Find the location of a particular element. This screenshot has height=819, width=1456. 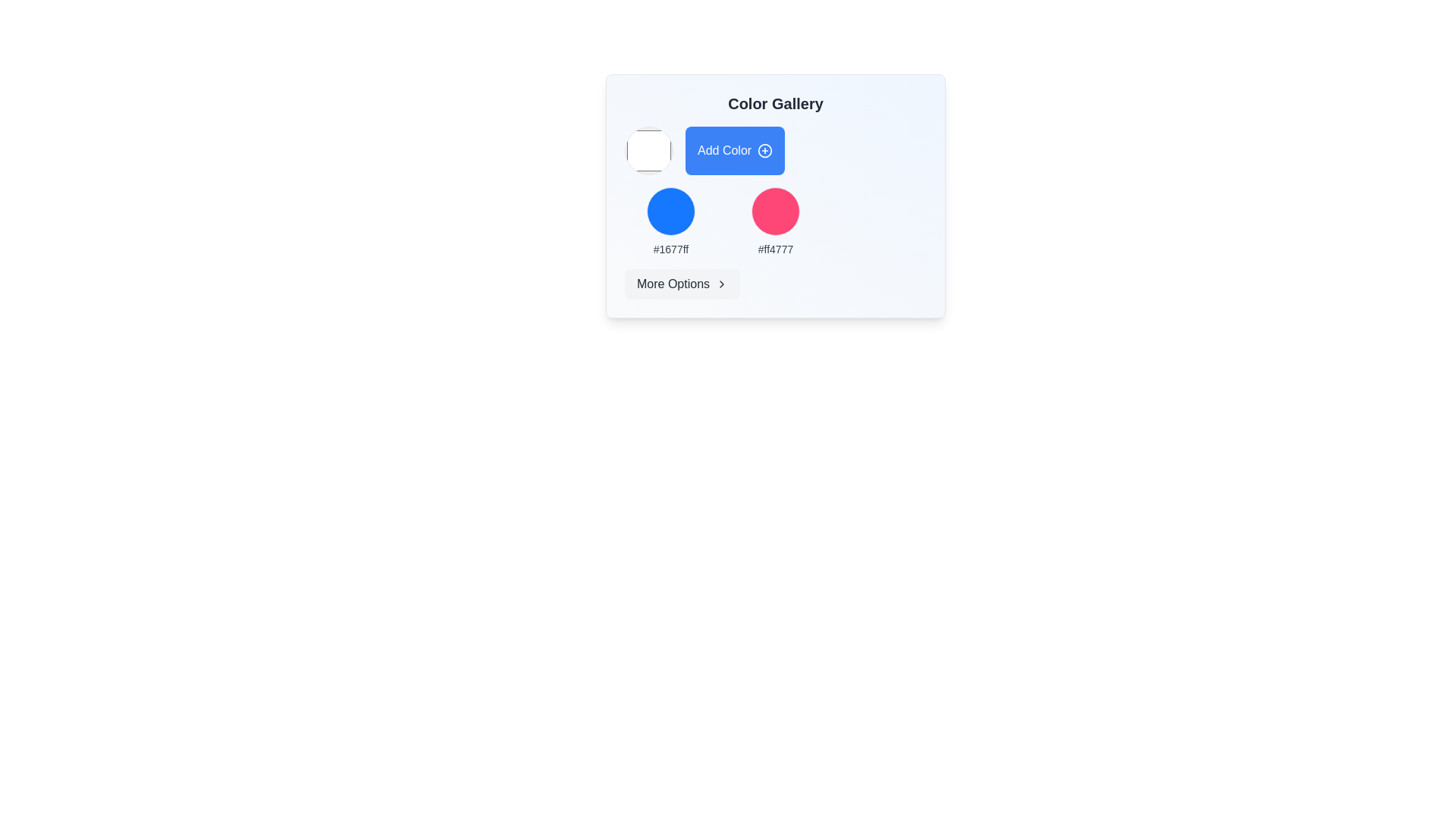

the color picker or indicator, which is the first component in a horizontal row is located at coordinates (648, 151).